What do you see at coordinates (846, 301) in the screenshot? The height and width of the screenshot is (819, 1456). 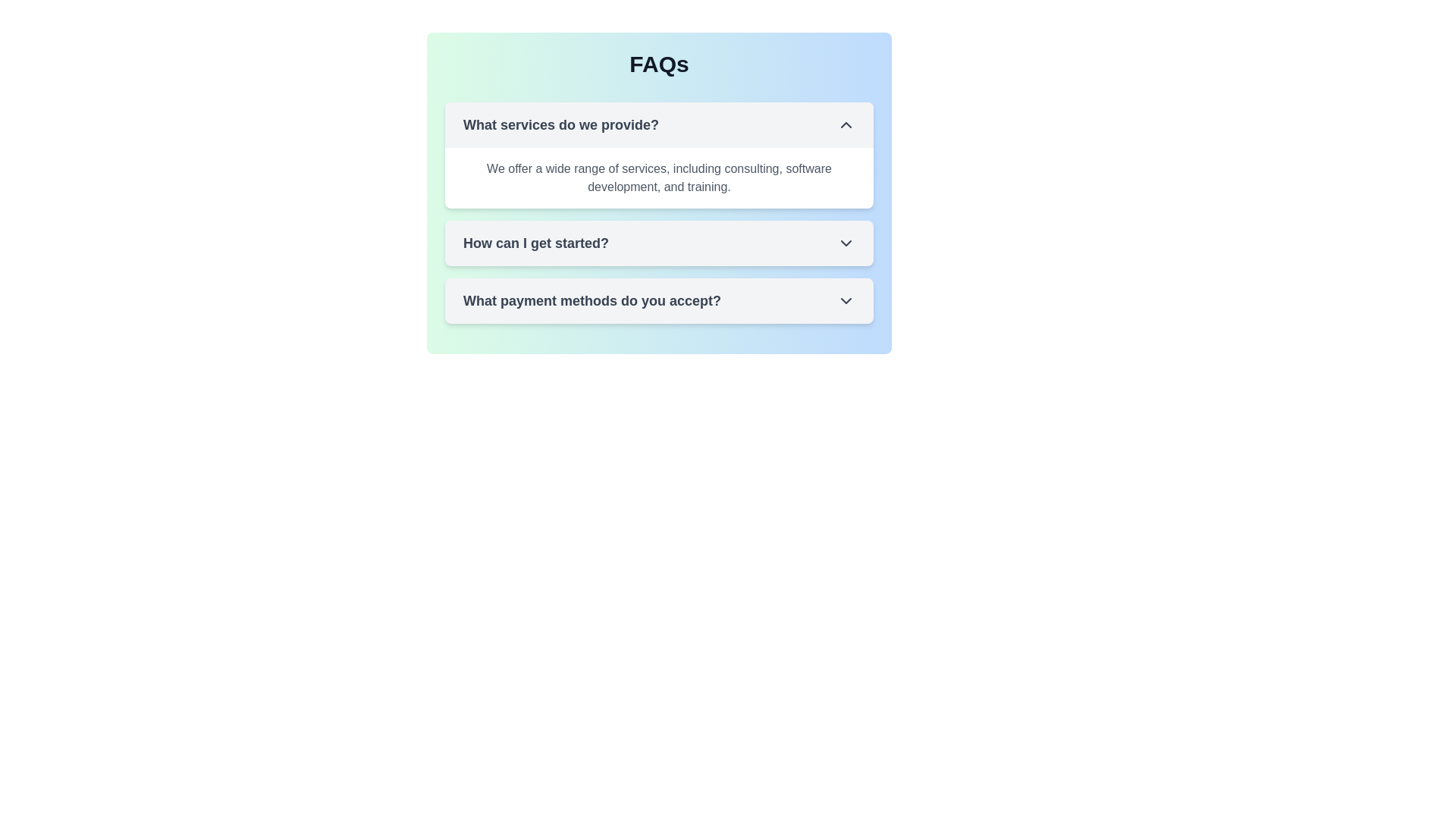 I see `the button-like graphical icon` at bounding box center [846, 301].